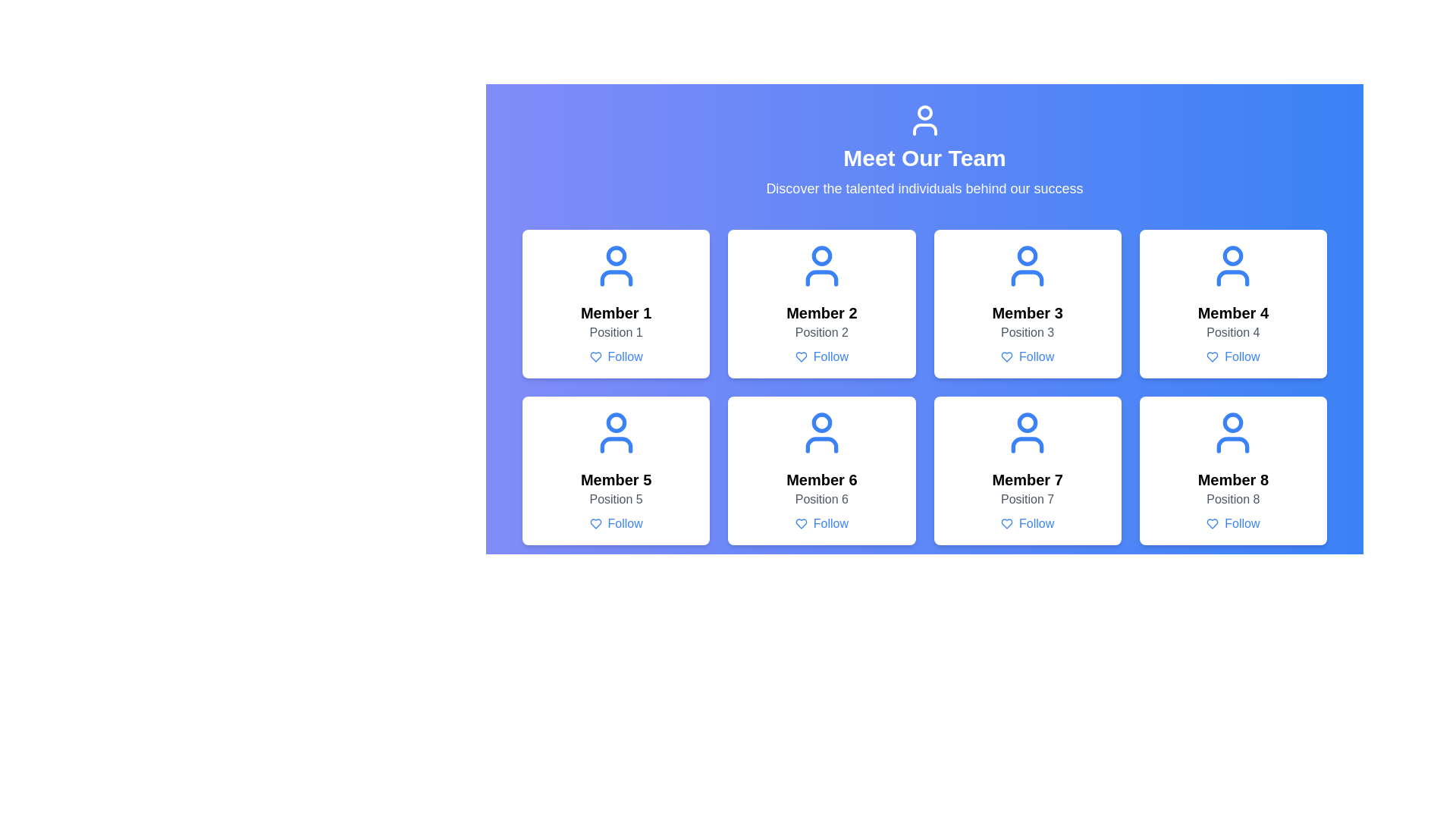 This screenshot has width=1456, height=819. What do you see at coordinates (821, 265) in the screenshot?
I see `the user silhouette icon, which is a bold blue icon located in the second member card of the grid, above the text 'Member 2' and 'Position 2'` at bounding box center [821, 265].